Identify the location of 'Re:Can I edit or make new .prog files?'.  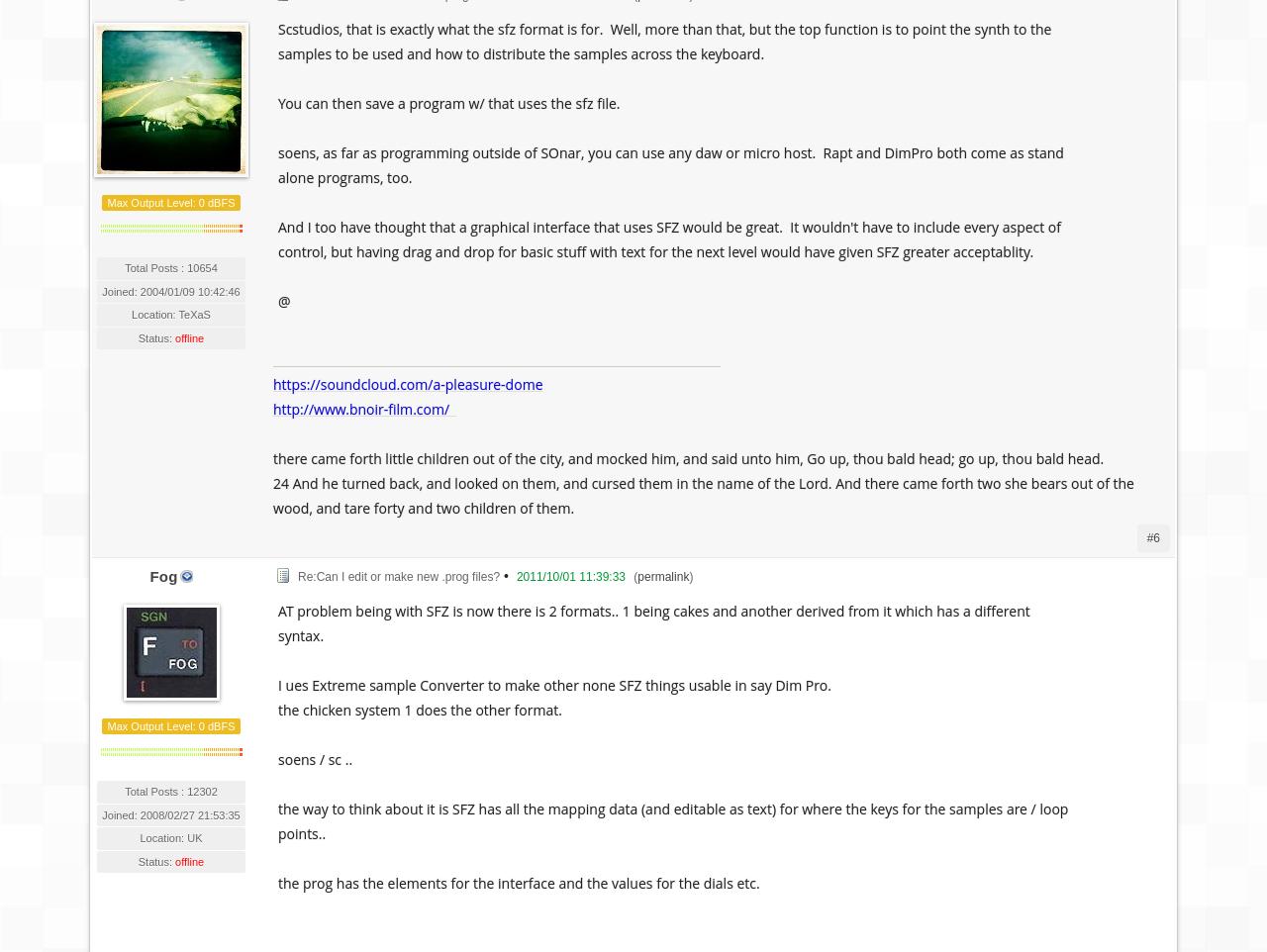
(397, 575).